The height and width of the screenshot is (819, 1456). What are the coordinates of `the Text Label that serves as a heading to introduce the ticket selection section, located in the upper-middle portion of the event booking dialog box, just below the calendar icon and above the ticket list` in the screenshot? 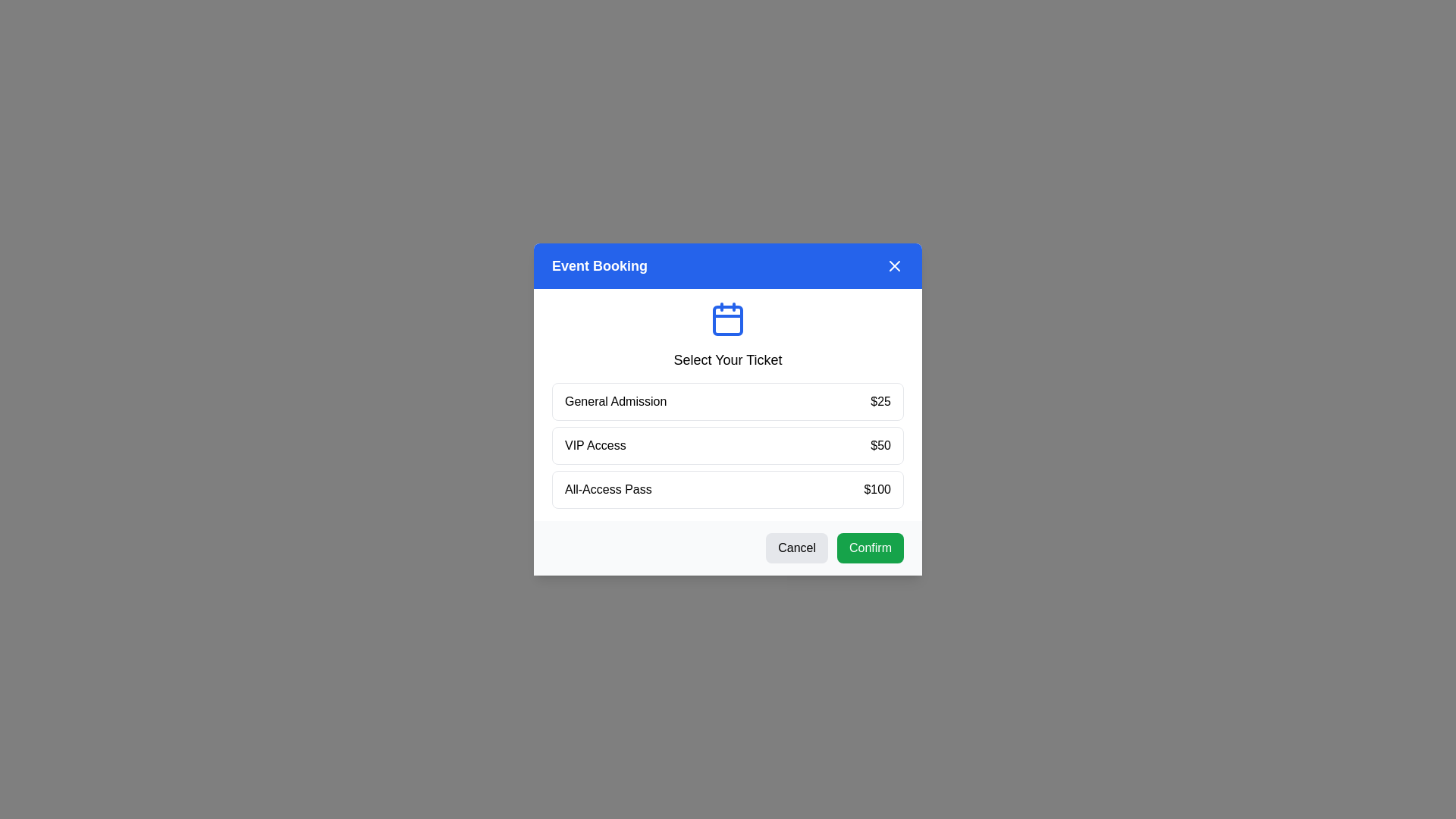 It's located at (728, 359).